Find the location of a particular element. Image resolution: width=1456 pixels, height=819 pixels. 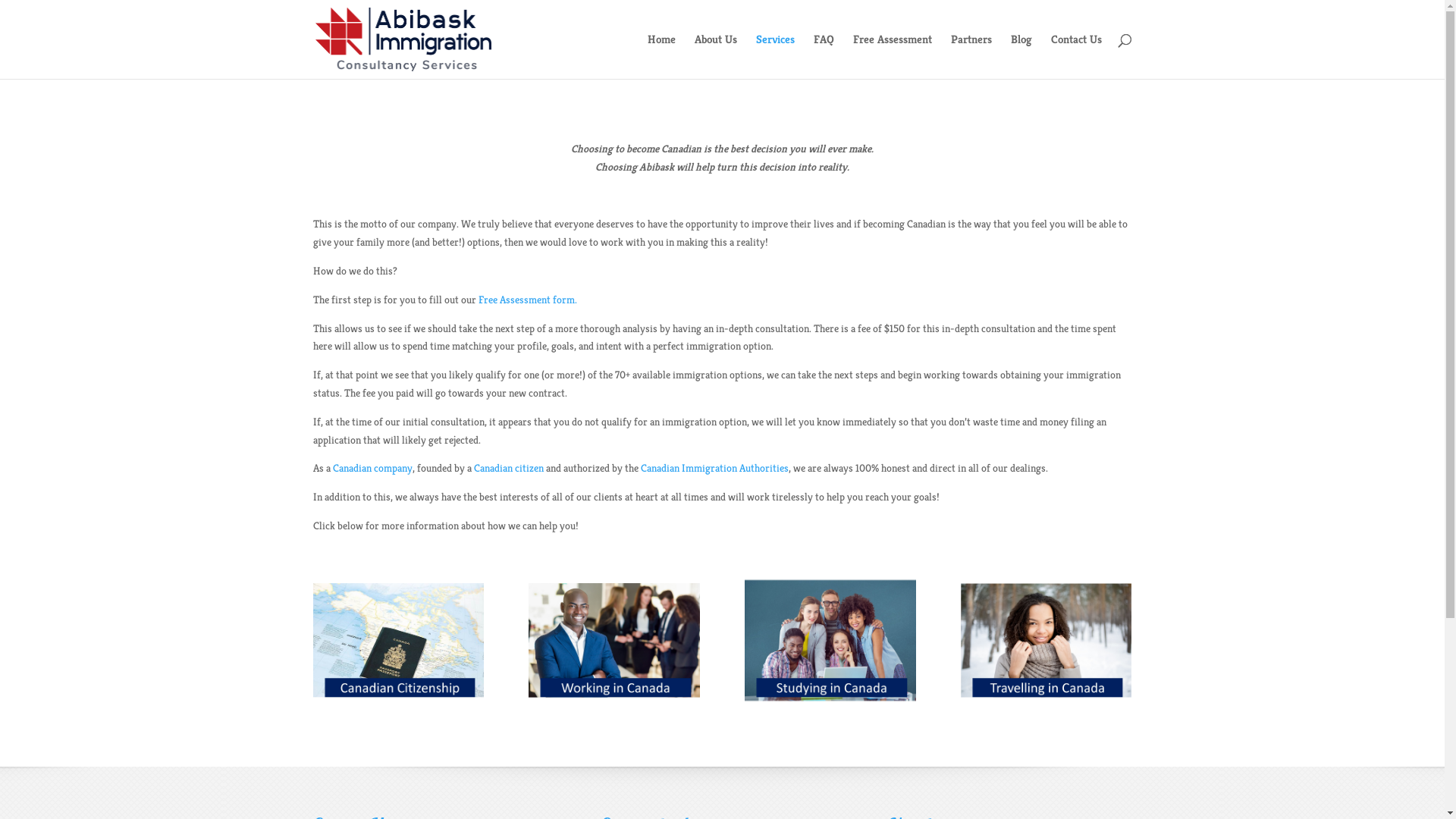

'Canadian Immigration Authorities' is located at coordinates (640, 467).